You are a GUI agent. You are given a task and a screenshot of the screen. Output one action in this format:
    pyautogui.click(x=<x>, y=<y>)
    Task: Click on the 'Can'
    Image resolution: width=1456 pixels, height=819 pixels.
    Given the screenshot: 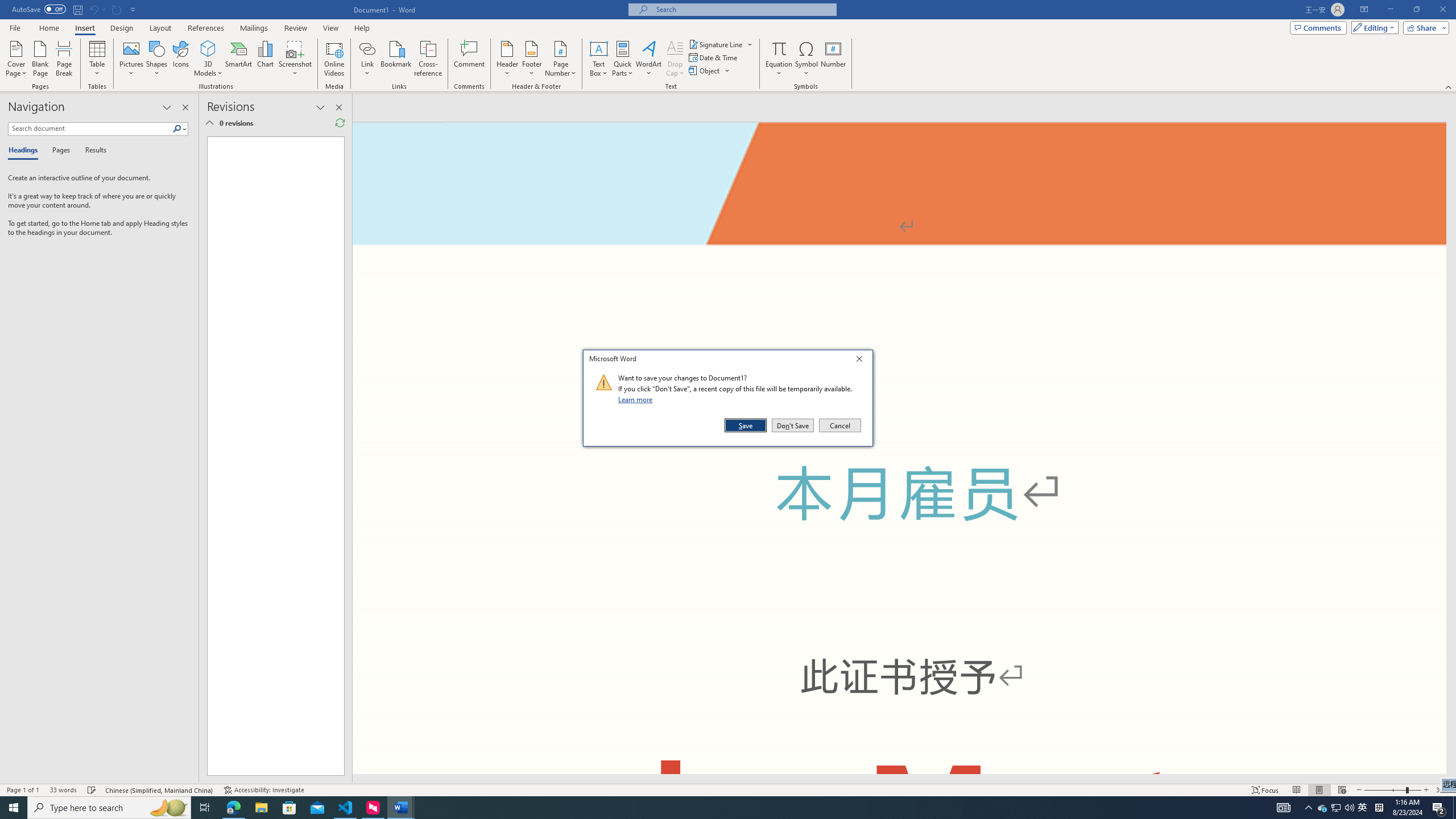 What is the action you would take?
    pyautogui.click(x=117, y=9)
    